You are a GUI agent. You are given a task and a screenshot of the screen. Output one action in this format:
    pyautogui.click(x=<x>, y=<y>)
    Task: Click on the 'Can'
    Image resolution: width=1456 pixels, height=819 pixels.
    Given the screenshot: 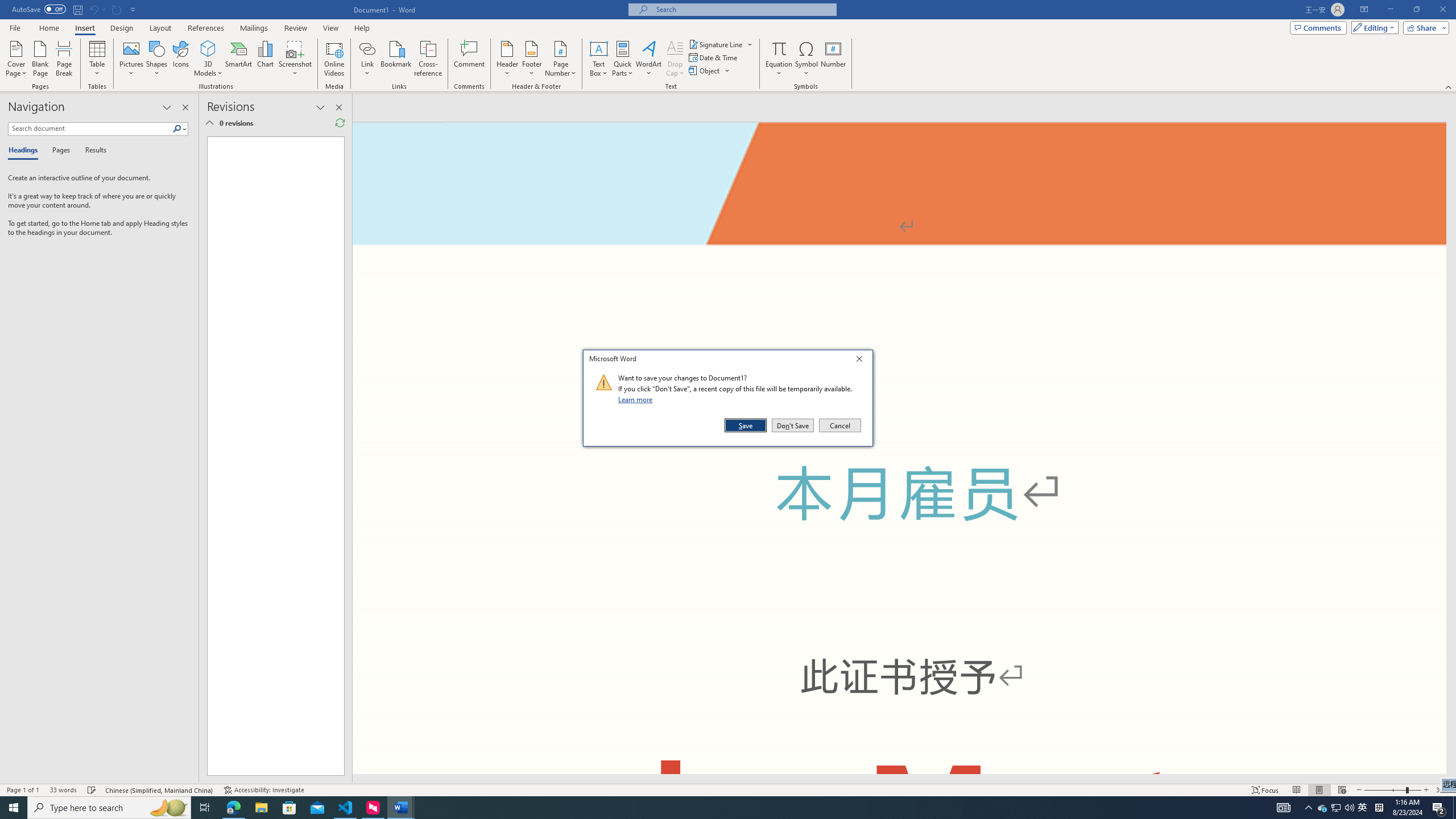 What is the action you would take?
    pyautogui.click(x=117, y=9)
    